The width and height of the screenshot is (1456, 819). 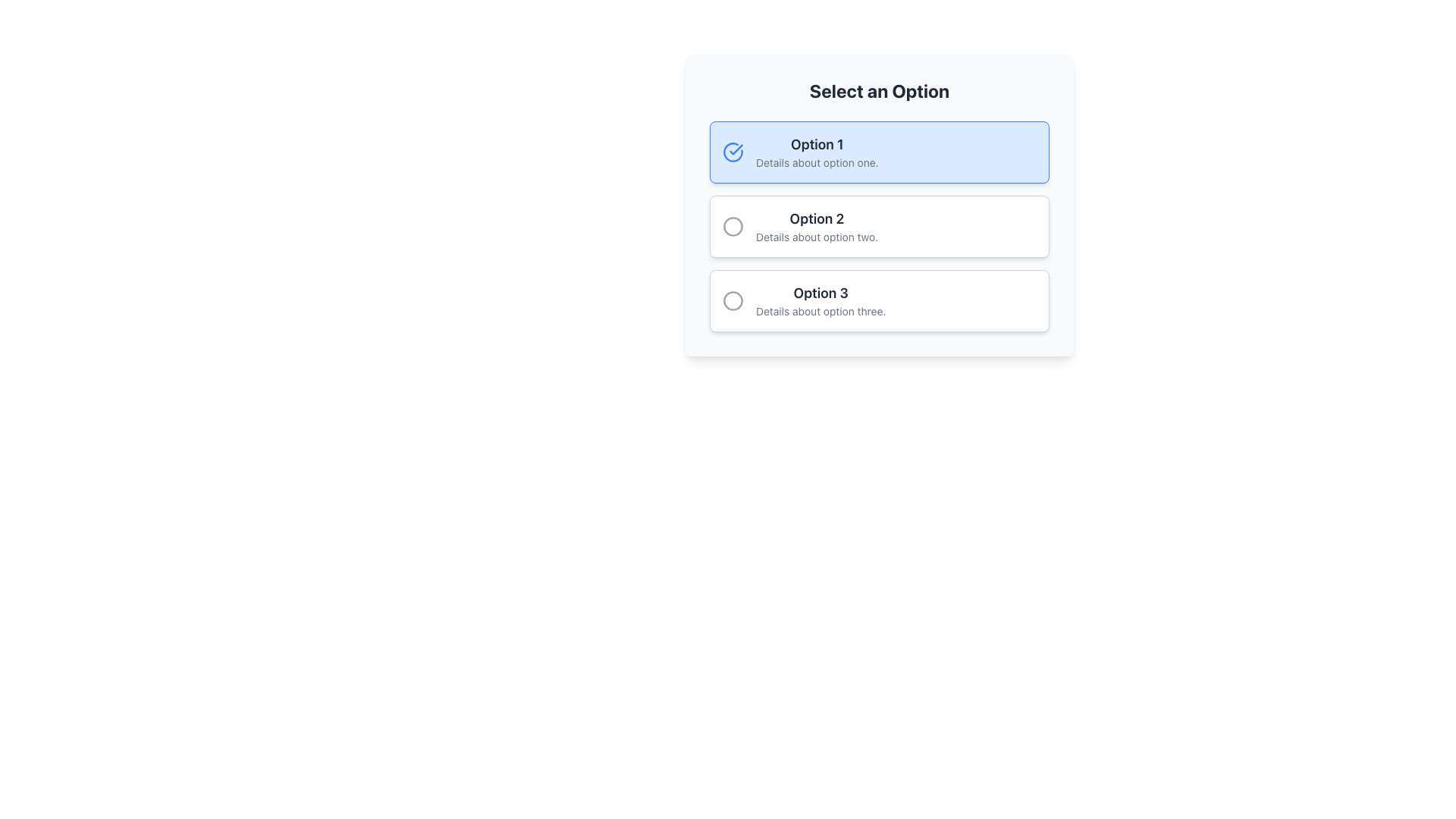 What do you see at coordinates (733, 152) in the screenshot?
I see `the circular blue check symbol icon positioned to the left of the text label 'Option 1'` at bounding box center [733, 152].